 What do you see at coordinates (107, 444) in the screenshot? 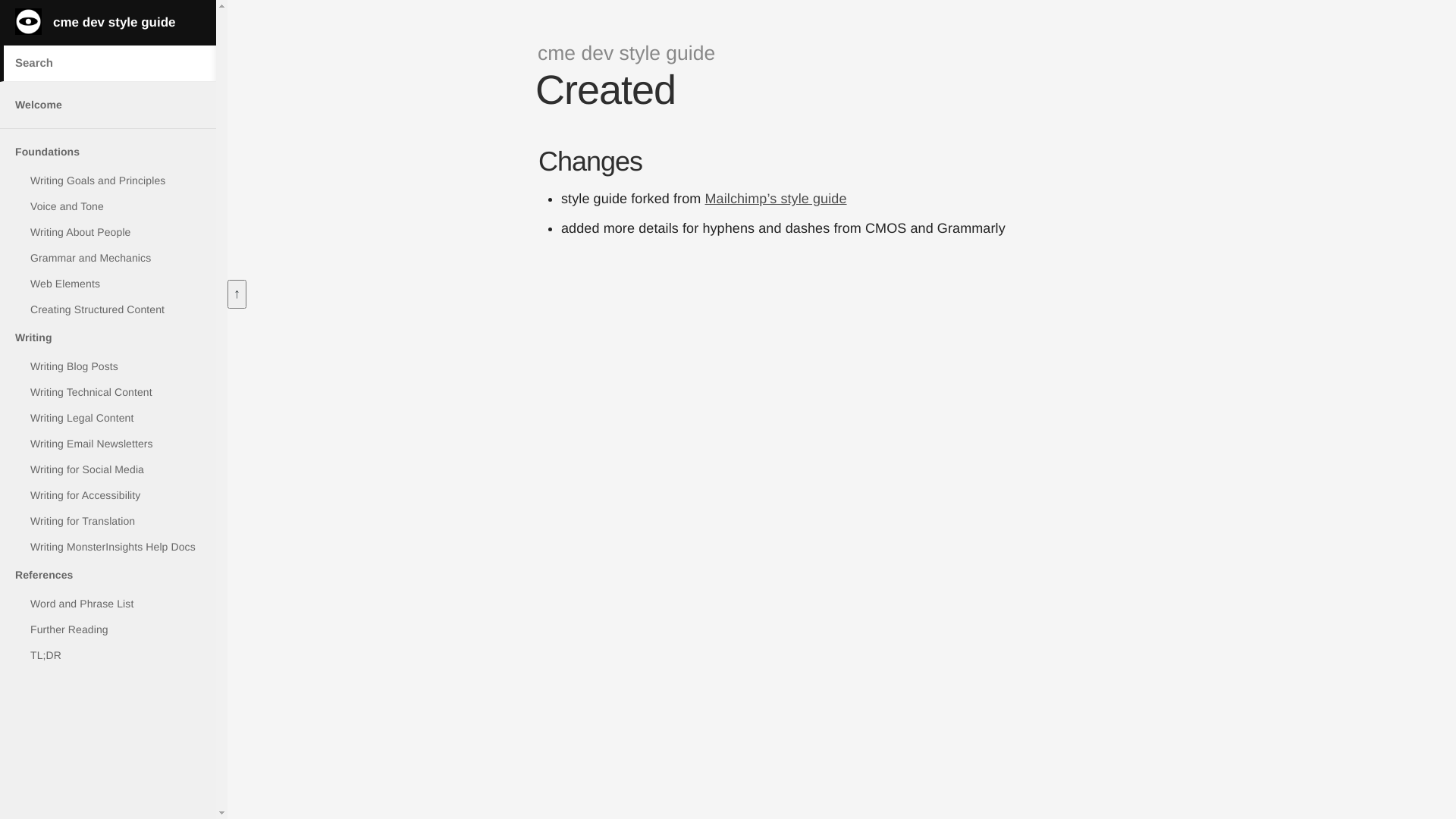
I see `'Writing Email Newsletters'` at bounding box center [107, 444].